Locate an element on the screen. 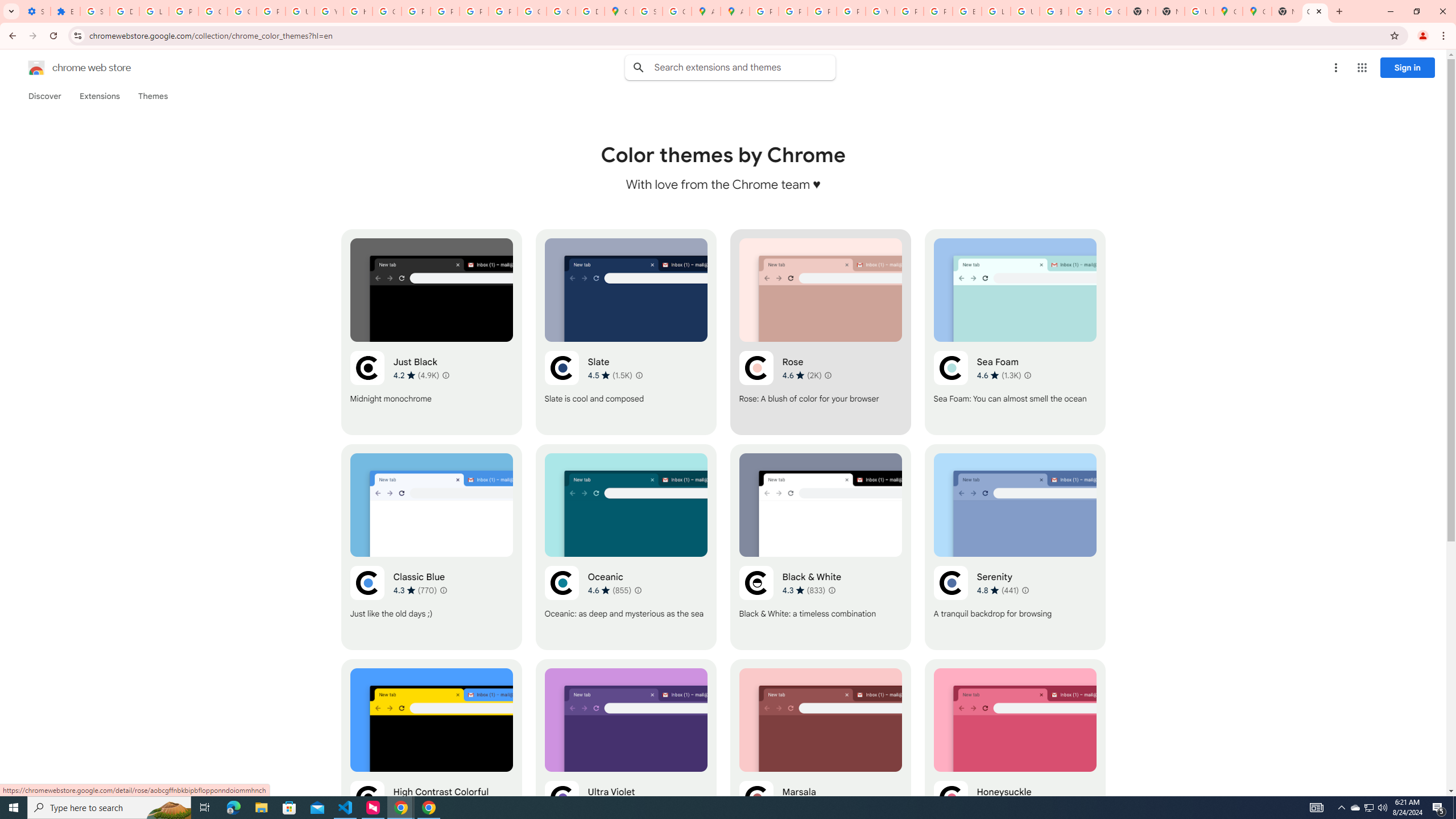 The width and height of the screenshot is (1456, 819). 'Sign in - Google Accounts' is located at coordinates (95, 11).